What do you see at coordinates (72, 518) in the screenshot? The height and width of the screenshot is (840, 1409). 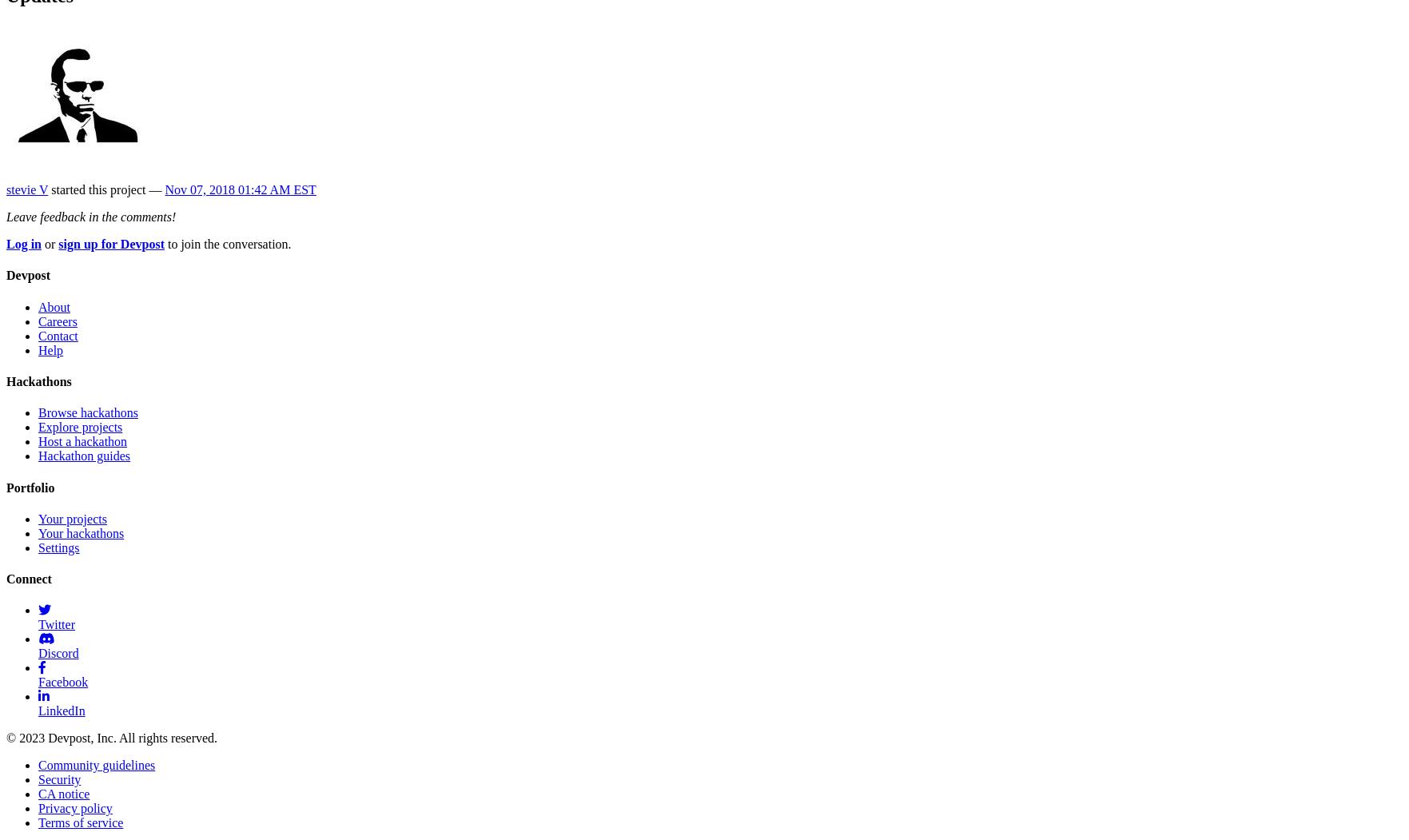 I see `'Your projects'` at bounding box center [72, 518].